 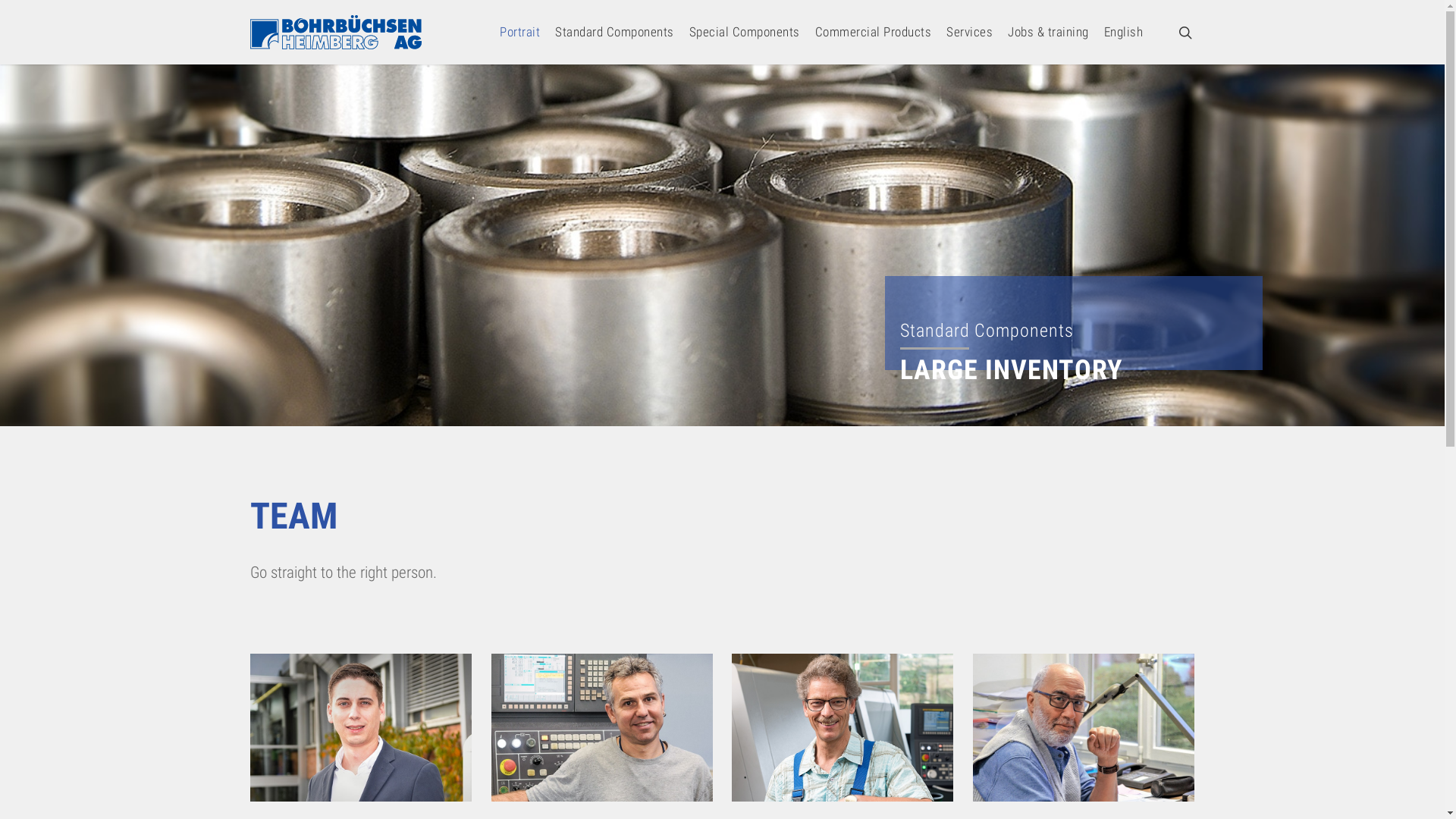 What do you see at coordinates (968, 32) in the screenshot?
I see `'Services'` at bounding box center [968, 32].